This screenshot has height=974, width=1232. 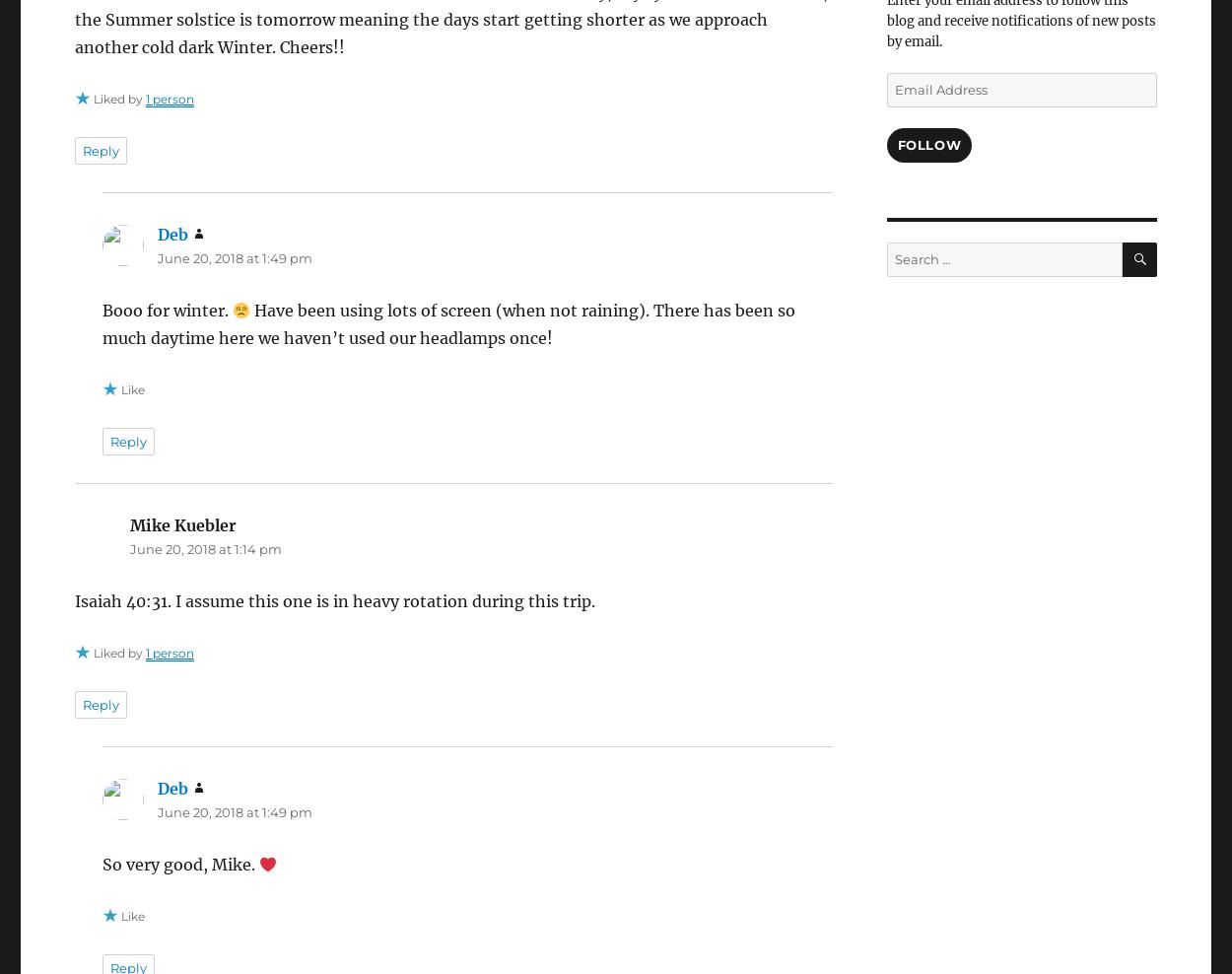 What do you see at coordinates (204, 547) in the screenshot?
I see `'June 20, 2018 at 1:14 pm'` at bounding box center [204, 547].